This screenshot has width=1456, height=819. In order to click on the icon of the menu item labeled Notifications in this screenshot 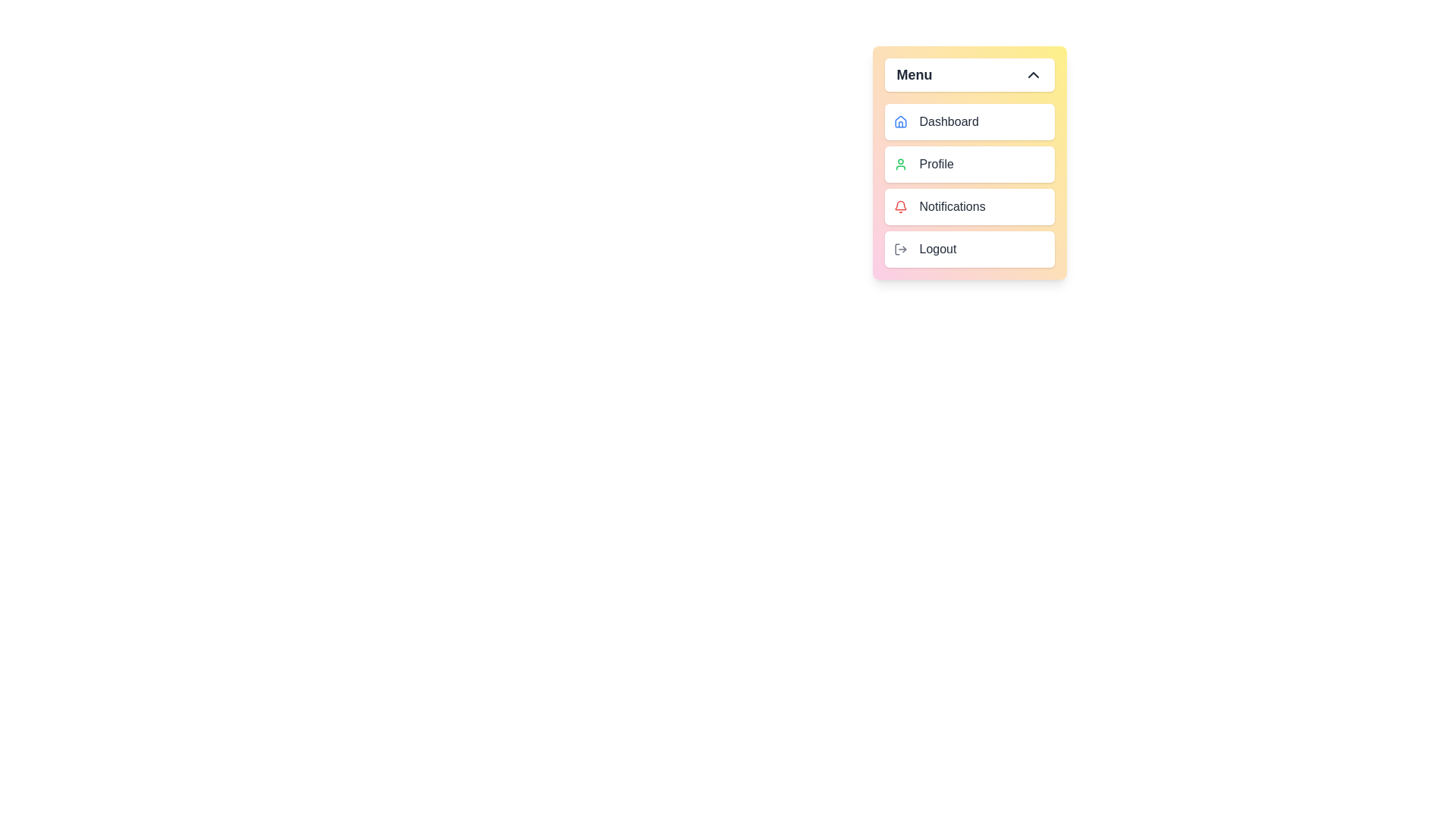, I will do `click(900, 207)`.